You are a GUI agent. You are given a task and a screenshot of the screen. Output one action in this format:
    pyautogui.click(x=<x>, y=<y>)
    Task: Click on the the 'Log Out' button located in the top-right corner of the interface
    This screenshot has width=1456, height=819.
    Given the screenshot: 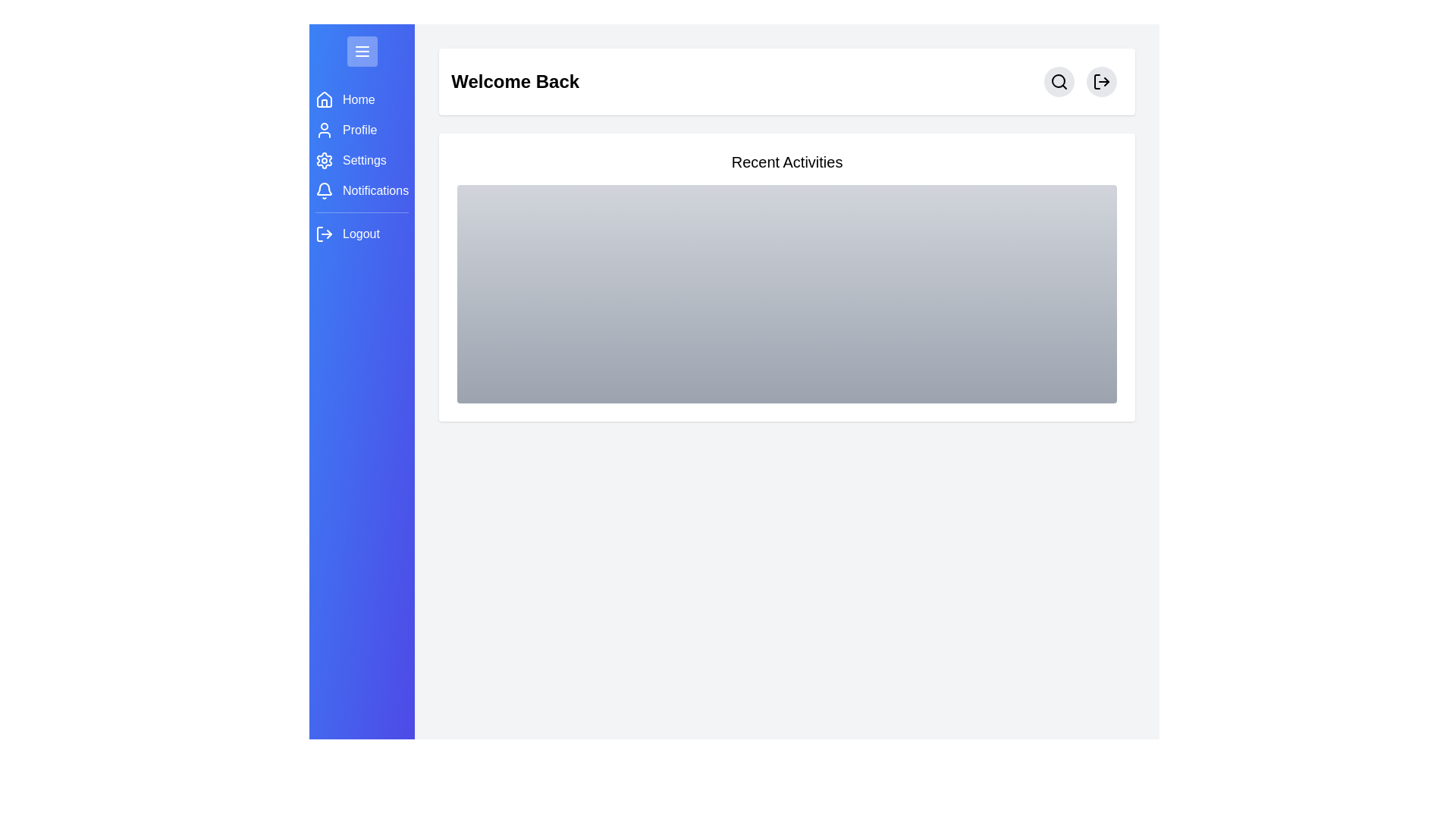 What is the action you would take?
    pyautogui.click(x=1102, y=82)
    